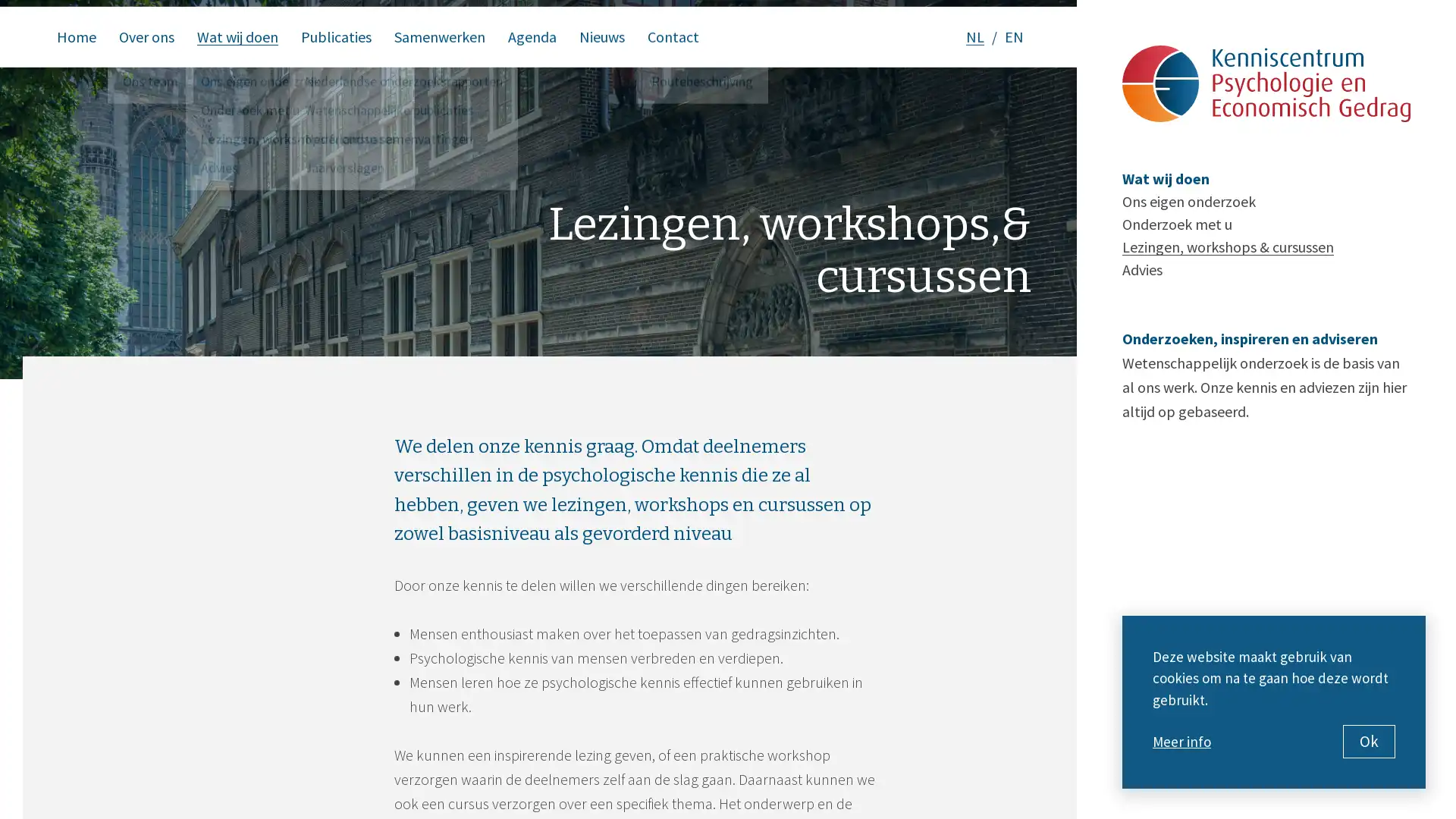 The width and height of the screenshot is (1456, 819). Describe the element at coordinates (1369, 741) in the screenshot. I see `Ok` at that location.